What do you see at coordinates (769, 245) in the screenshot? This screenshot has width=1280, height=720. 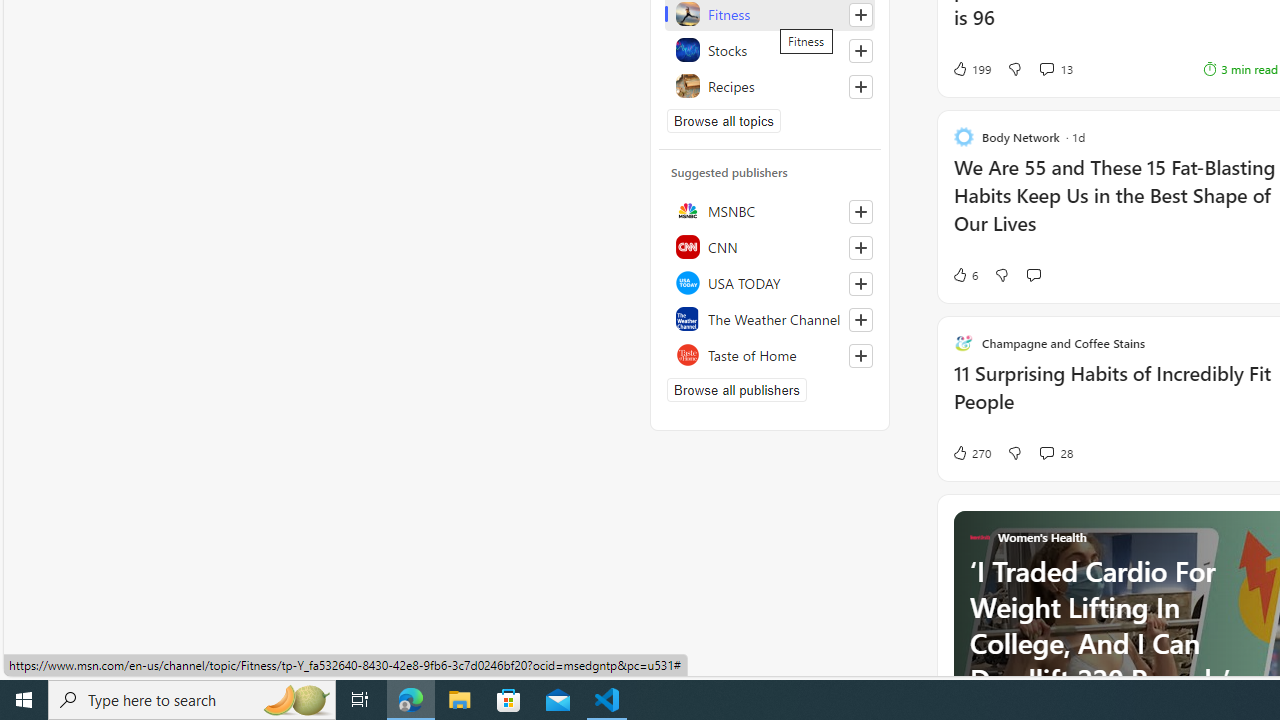 I see `'CNN'` at bounding box center [769, 245].